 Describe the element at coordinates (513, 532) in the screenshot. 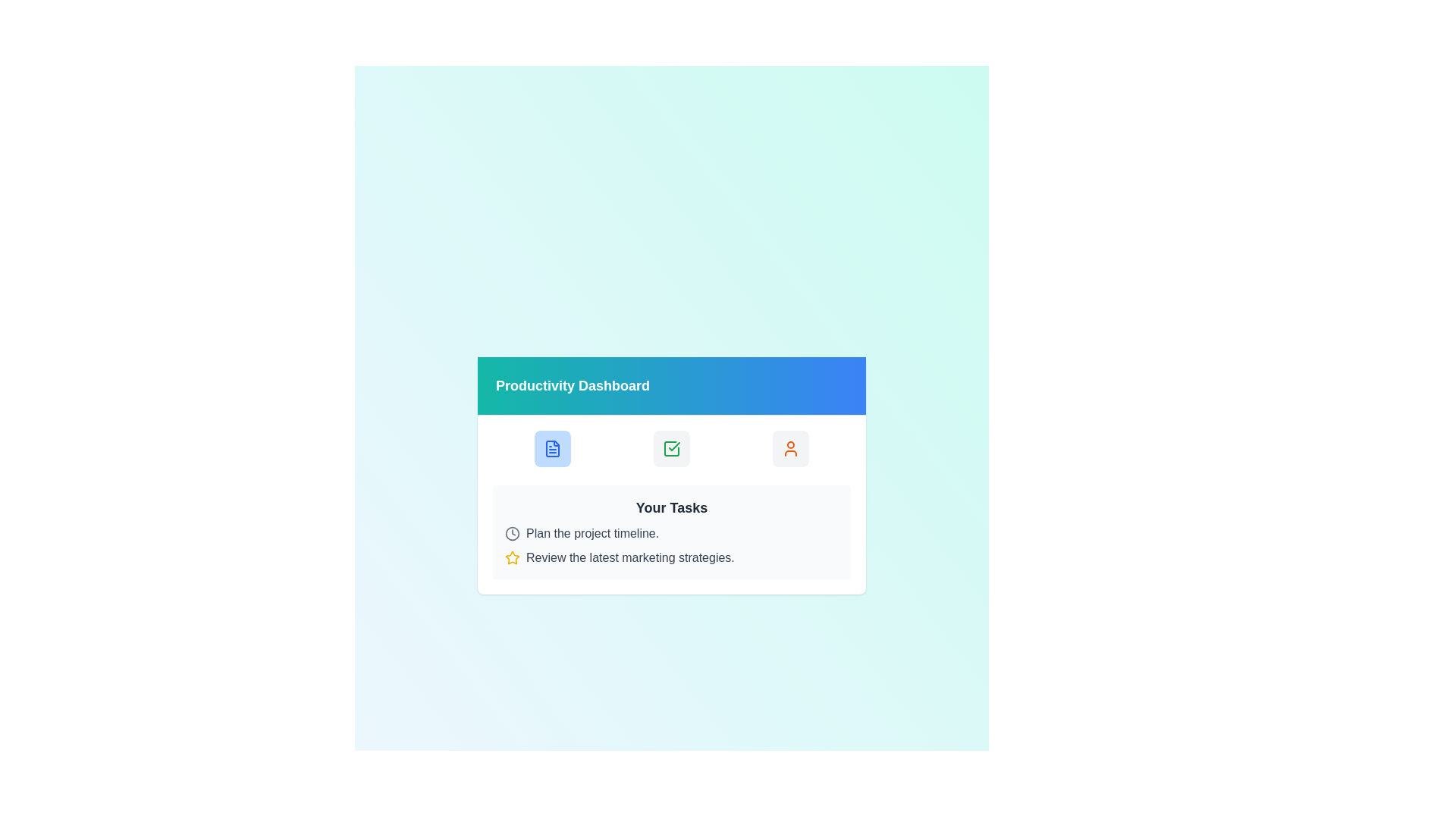

I see `circular outline element that forms the boundary of the clock's face within the SVG clock graphic` at that location.